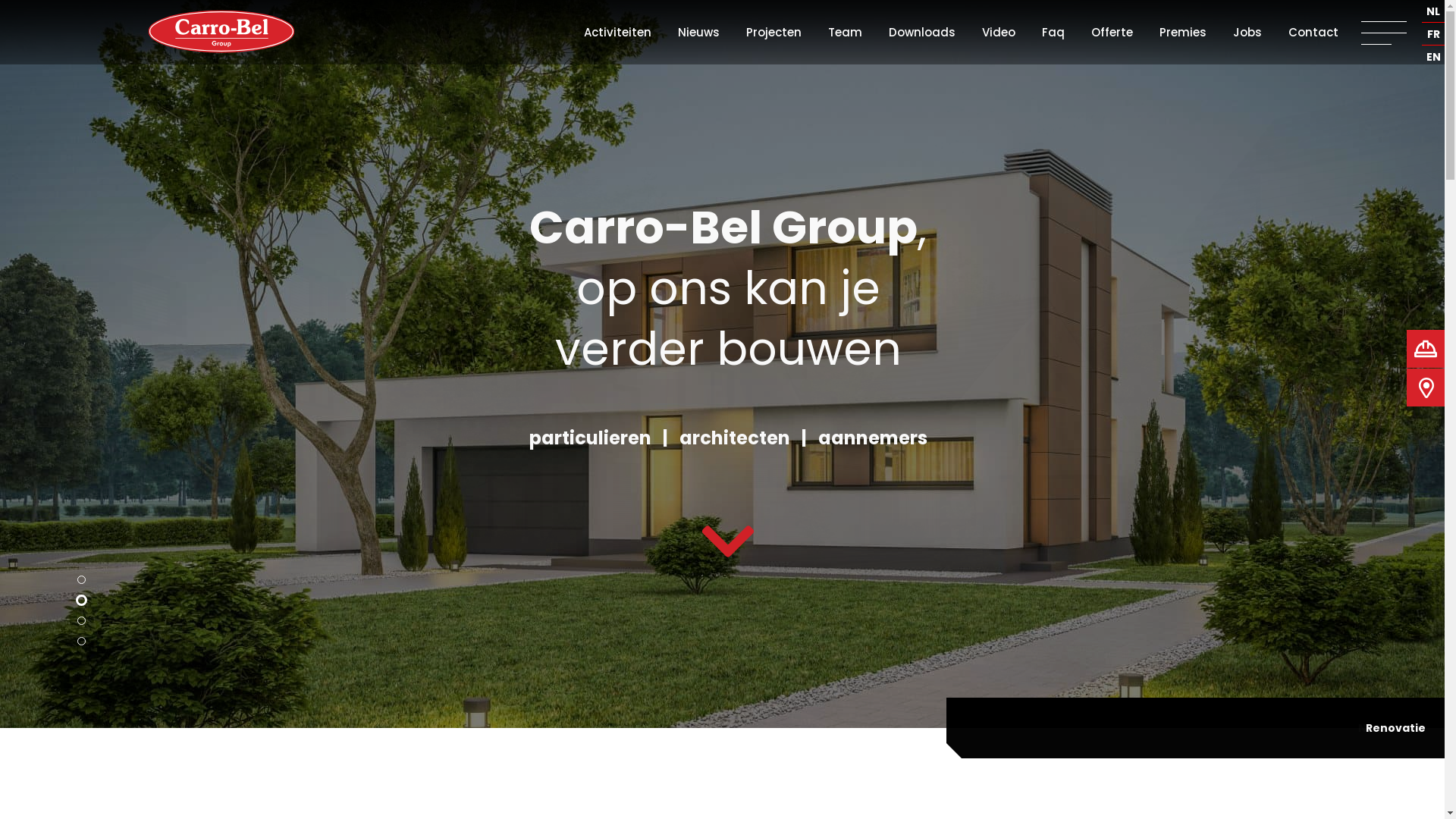 The width and height of the screenshot is (1456, 819). I want to click on 'Faq', so click(1052, 32).